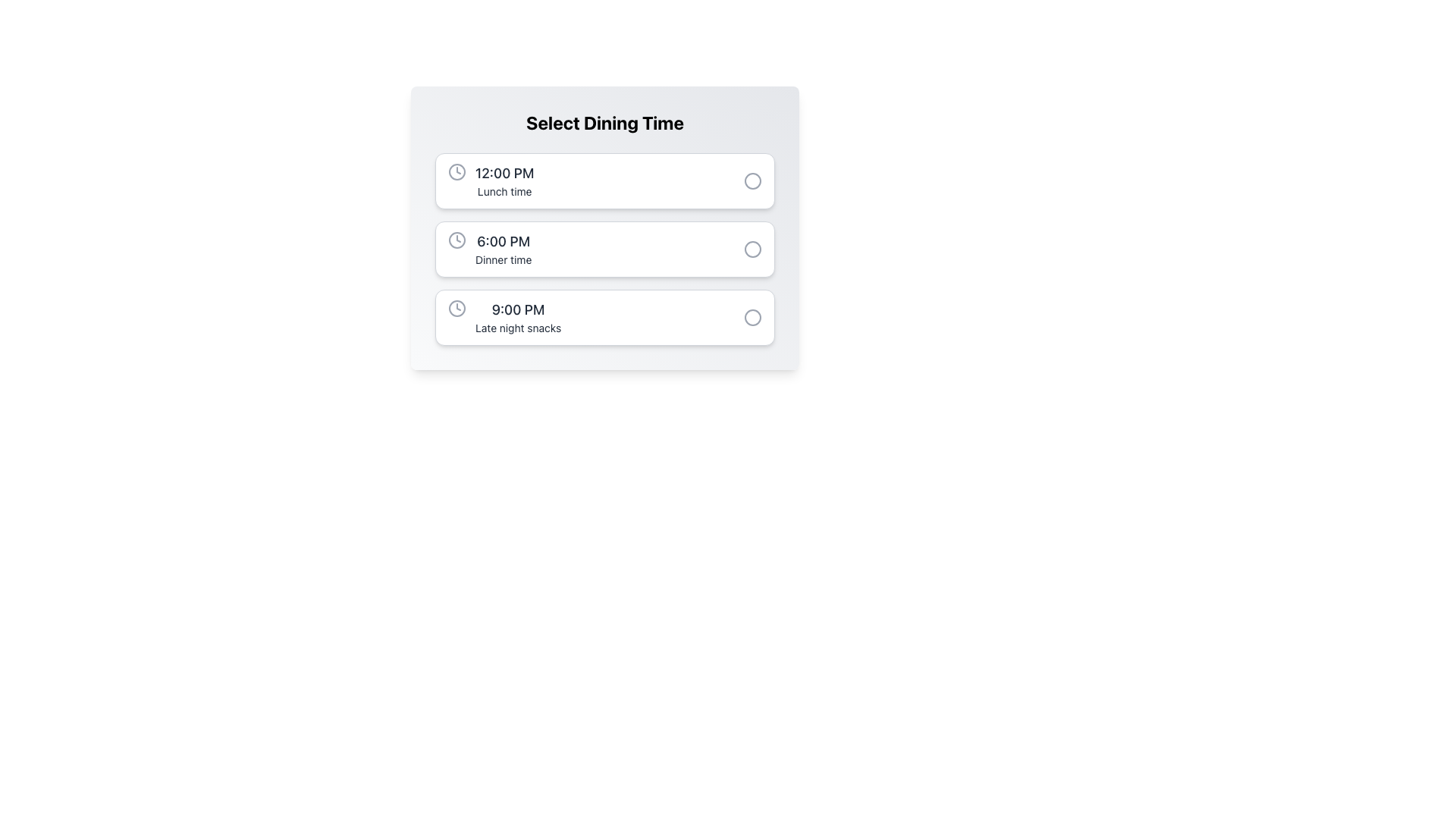 The height and width of the screenshot is (819, 1456). I want to click on the Radio Button Option Card located in the central region of the interface, so click(604, 248).